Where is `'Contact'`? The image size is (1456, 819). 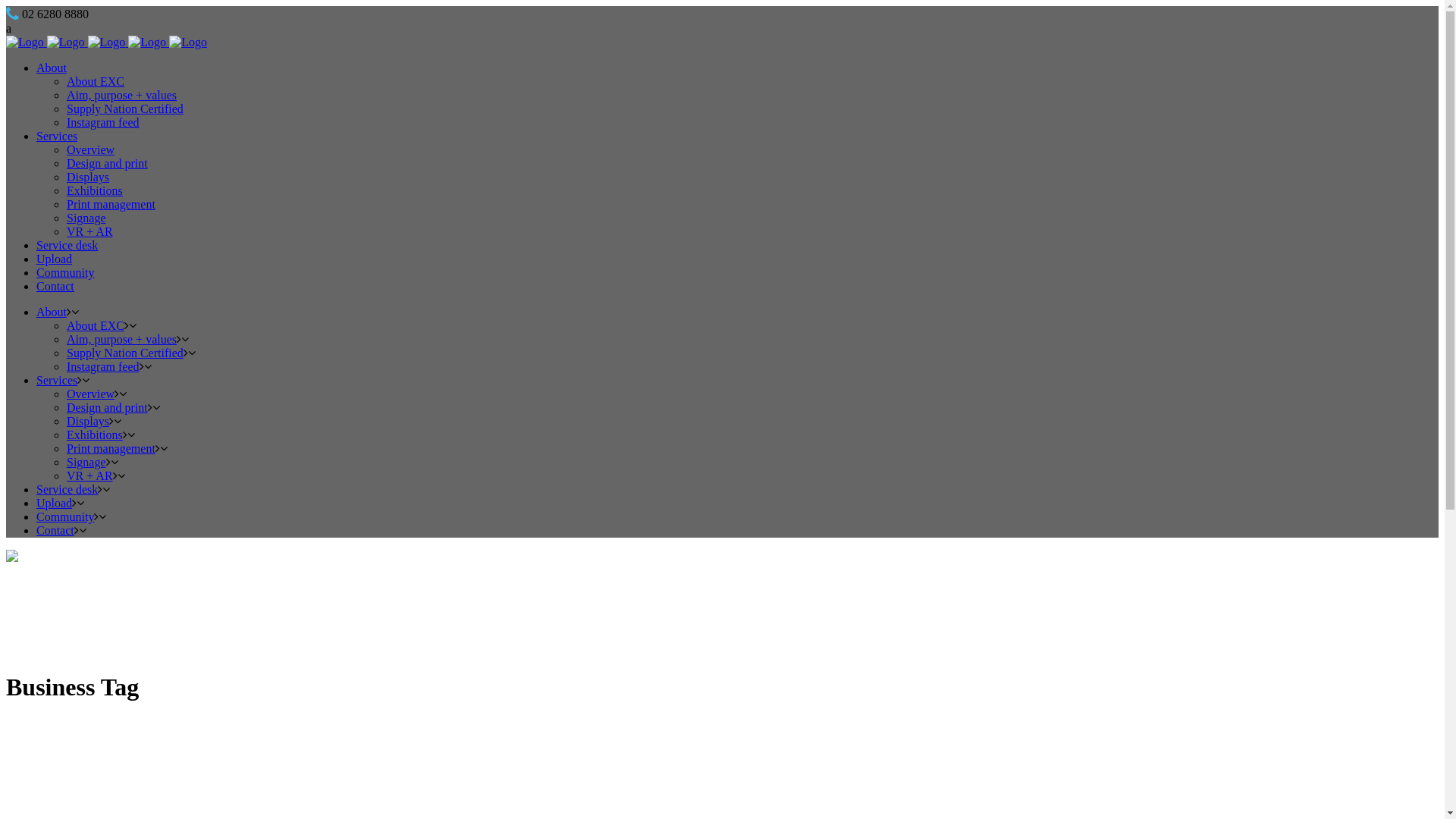
'Contact' is located at coordinates (36, 286).